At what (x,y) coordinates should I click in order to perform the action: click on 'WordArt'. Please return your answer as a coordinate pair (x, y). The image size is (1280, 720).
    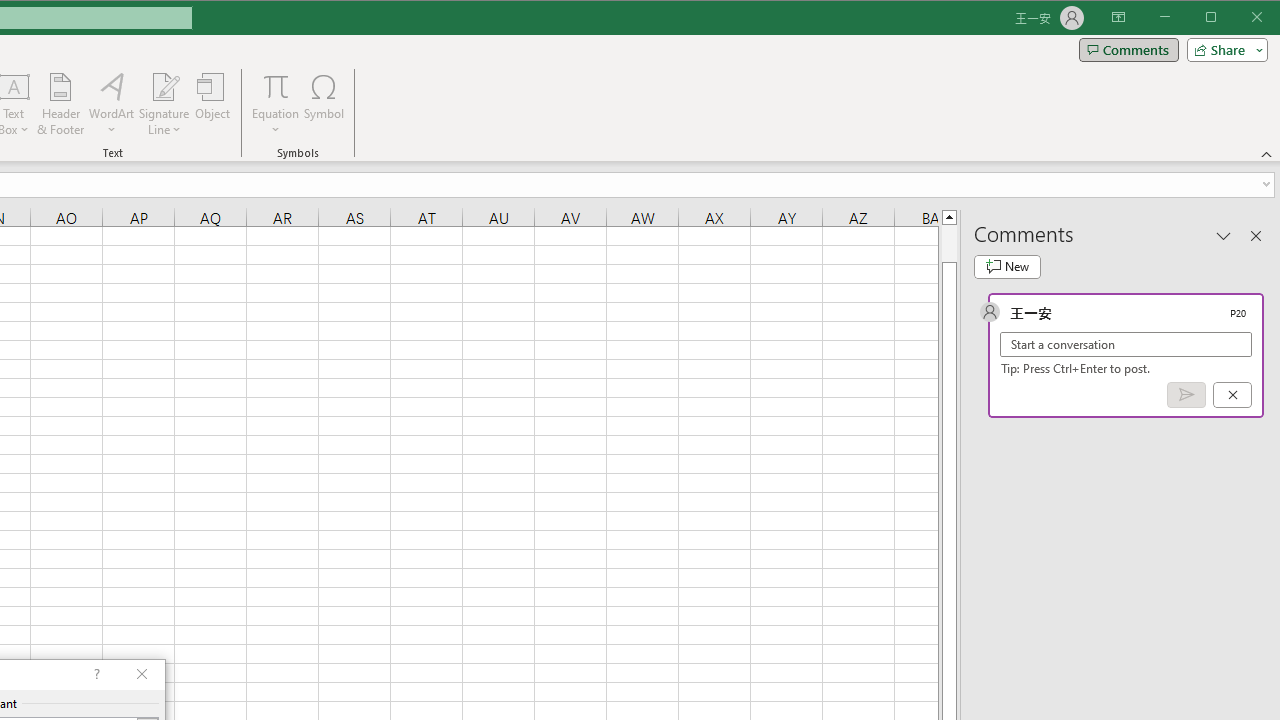
    Looking at the image, I should click on (111, 104).